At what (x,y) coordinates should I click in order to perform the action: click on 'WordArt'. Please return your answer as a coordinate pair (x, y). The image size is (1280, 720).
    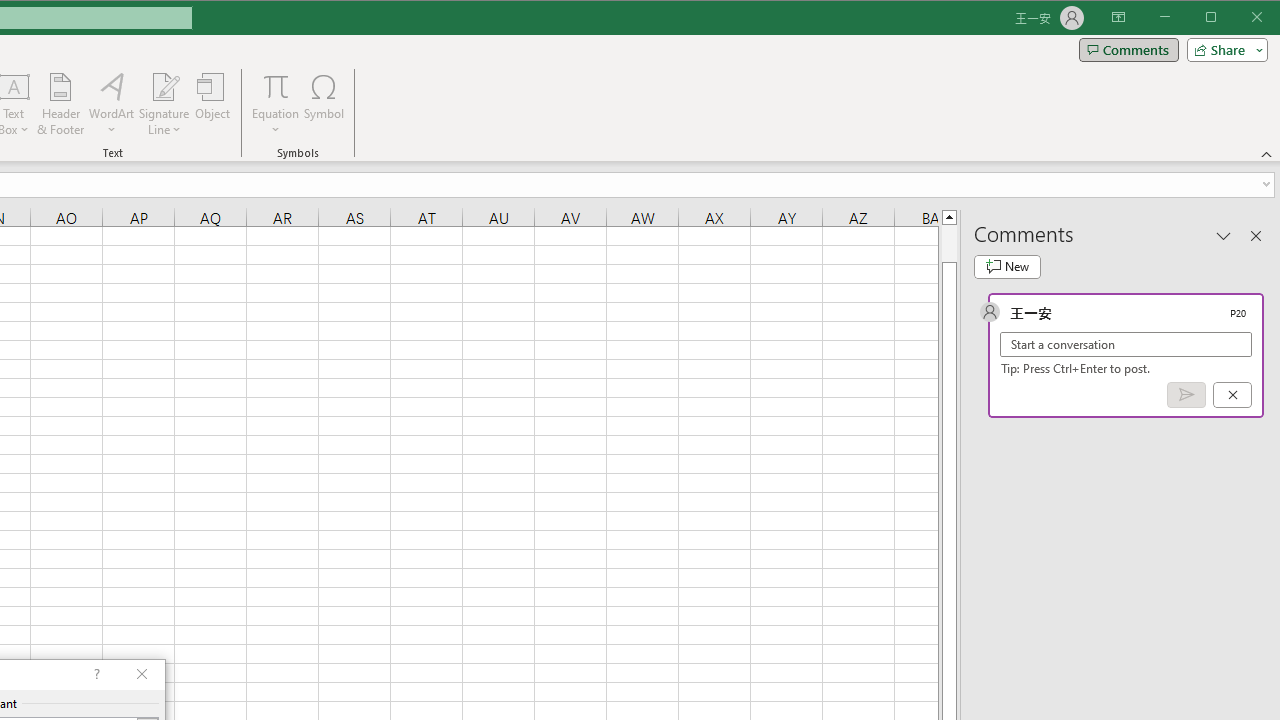
    Looking at the image, I should click on (111, 104).